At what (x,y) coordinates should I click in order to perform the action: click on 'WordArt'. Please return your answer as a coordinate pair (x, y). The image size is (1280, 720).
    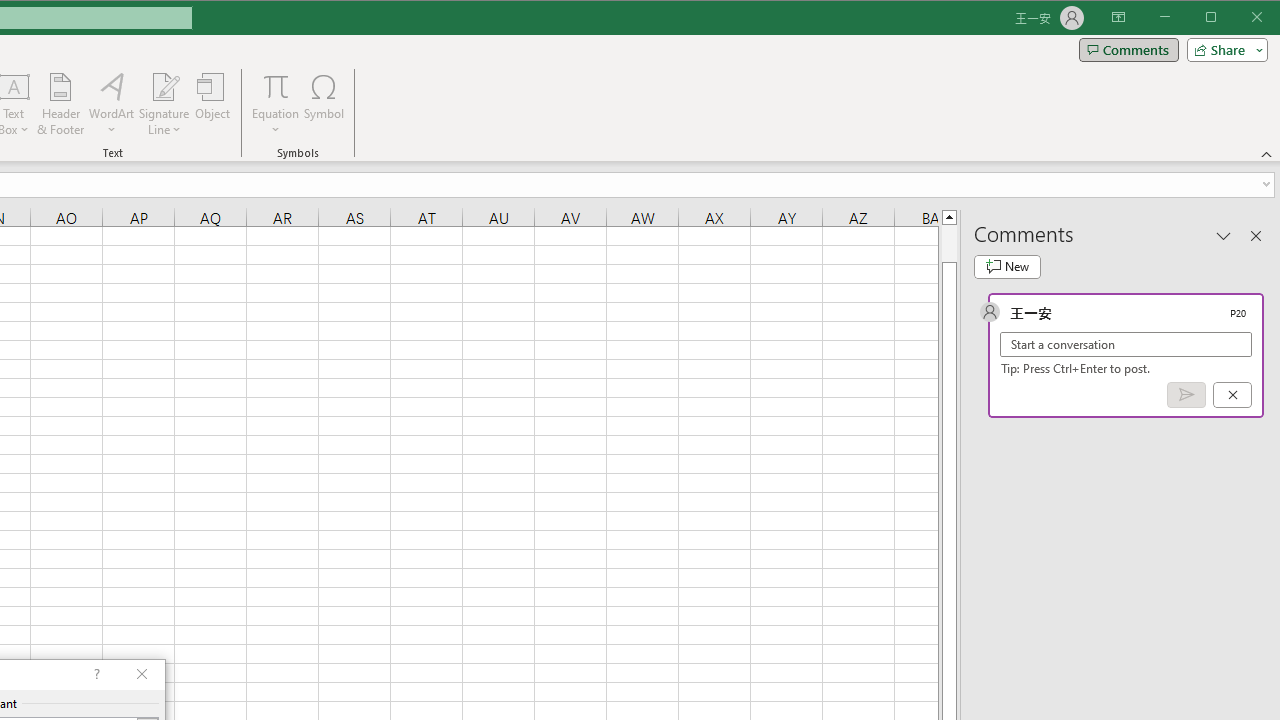
    Looking at the image, I should click on (111, 104).